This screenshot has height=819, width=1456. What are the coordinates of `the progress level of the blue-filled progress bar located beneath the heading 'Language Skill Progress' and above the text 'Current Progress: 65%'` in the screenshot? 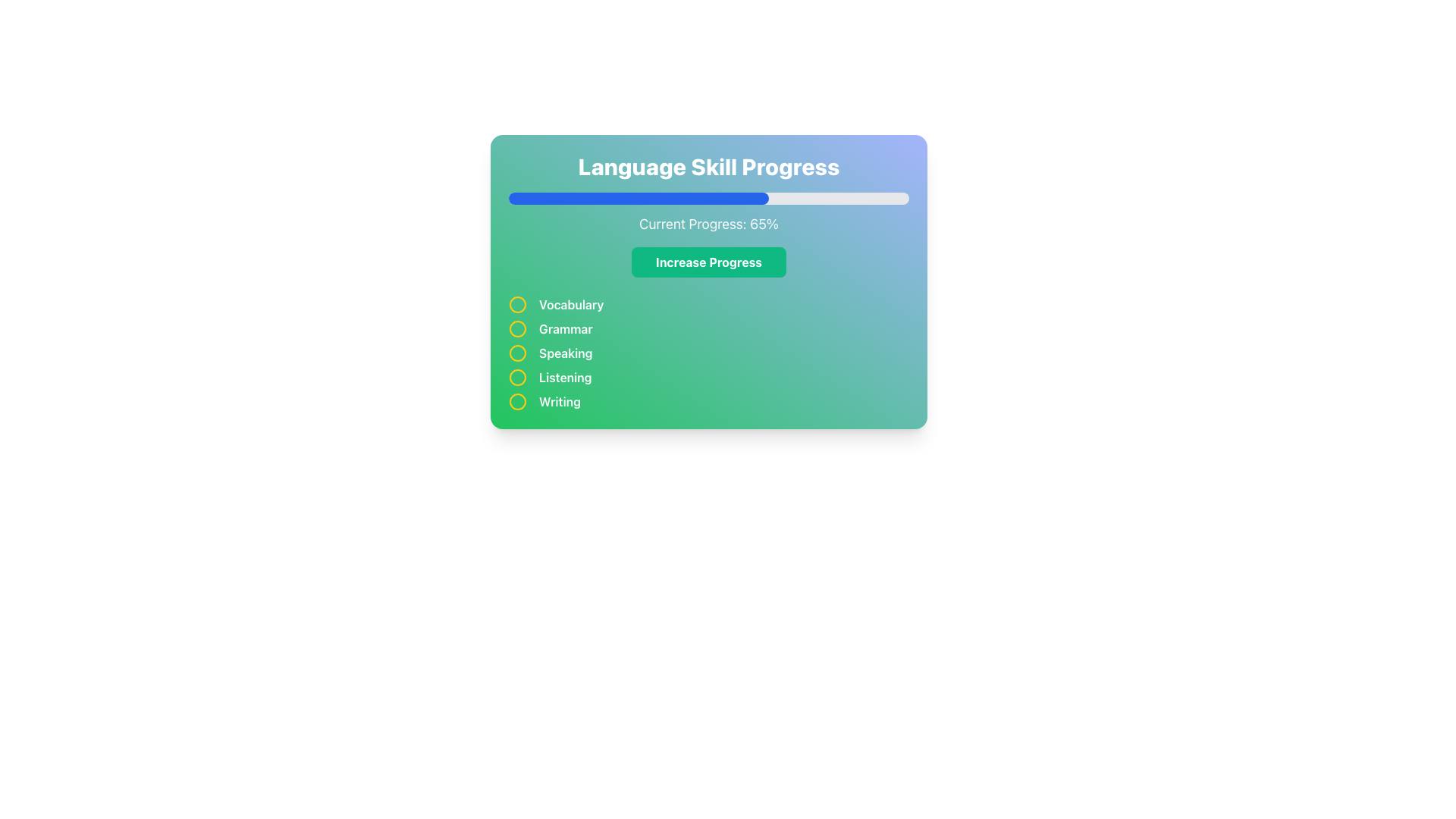 It's located at (708, 198).